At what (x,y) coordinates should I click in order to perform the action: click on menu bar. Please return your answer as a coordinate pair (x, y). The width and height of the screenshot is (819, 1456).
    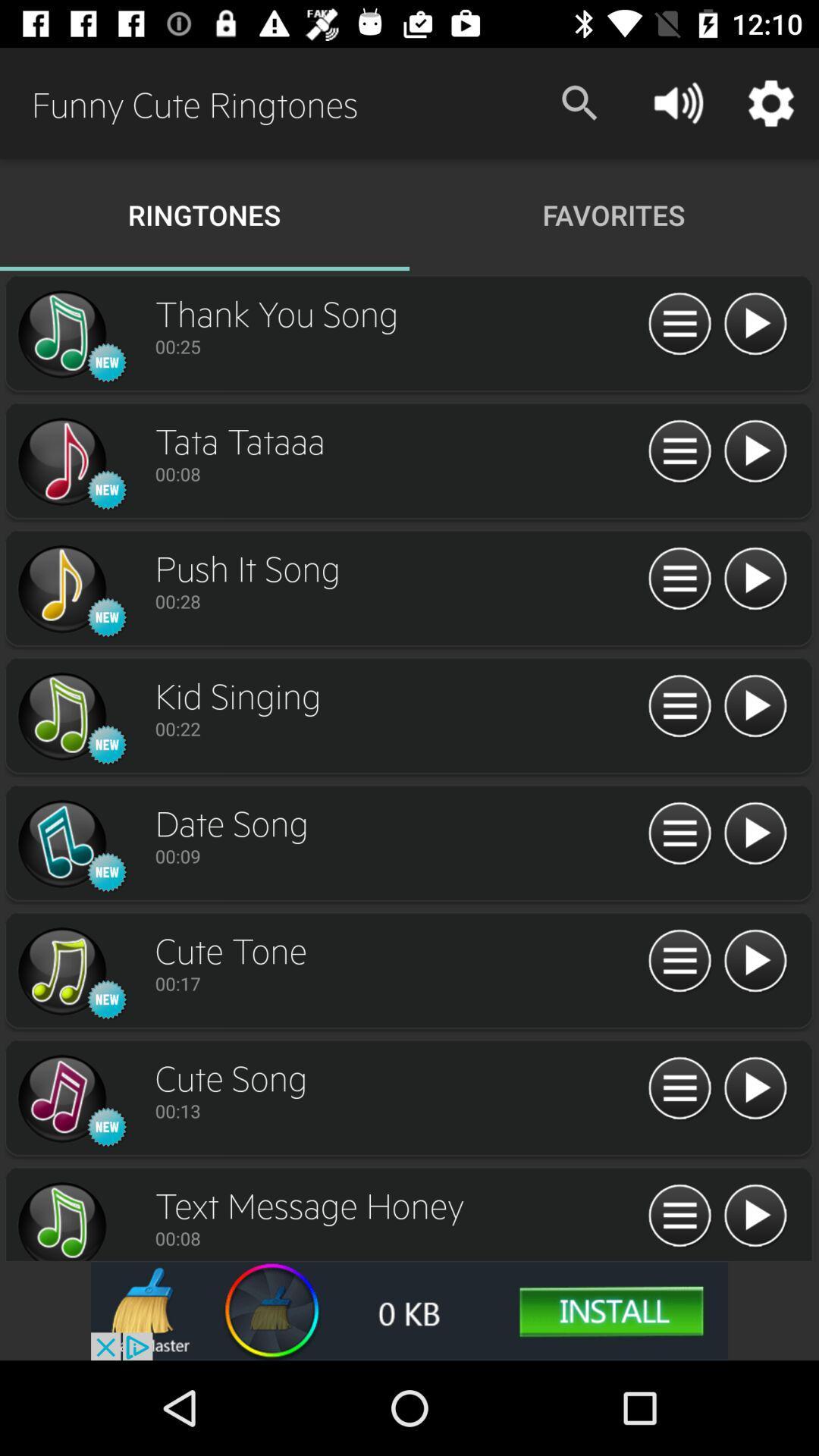
    Looking at the image, I should click on (679, 579).